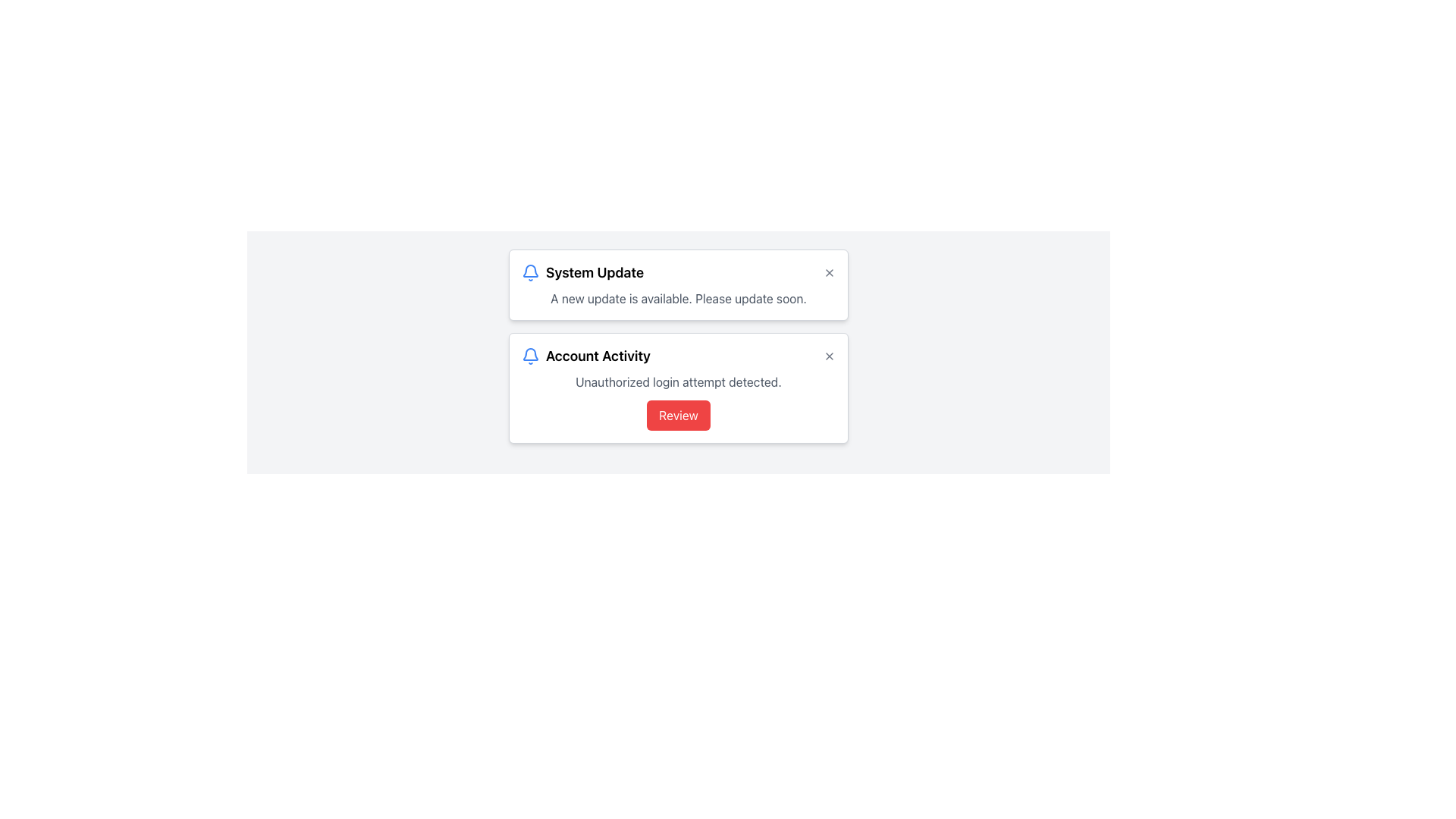 The width and height of the screenshot is (1456, 819). Describe the element at coordinates (531, 356) in the screenshot. I see `the notification icon located at the leftmost position within the 'Account Activity' section, preceding the textual description` at that location.